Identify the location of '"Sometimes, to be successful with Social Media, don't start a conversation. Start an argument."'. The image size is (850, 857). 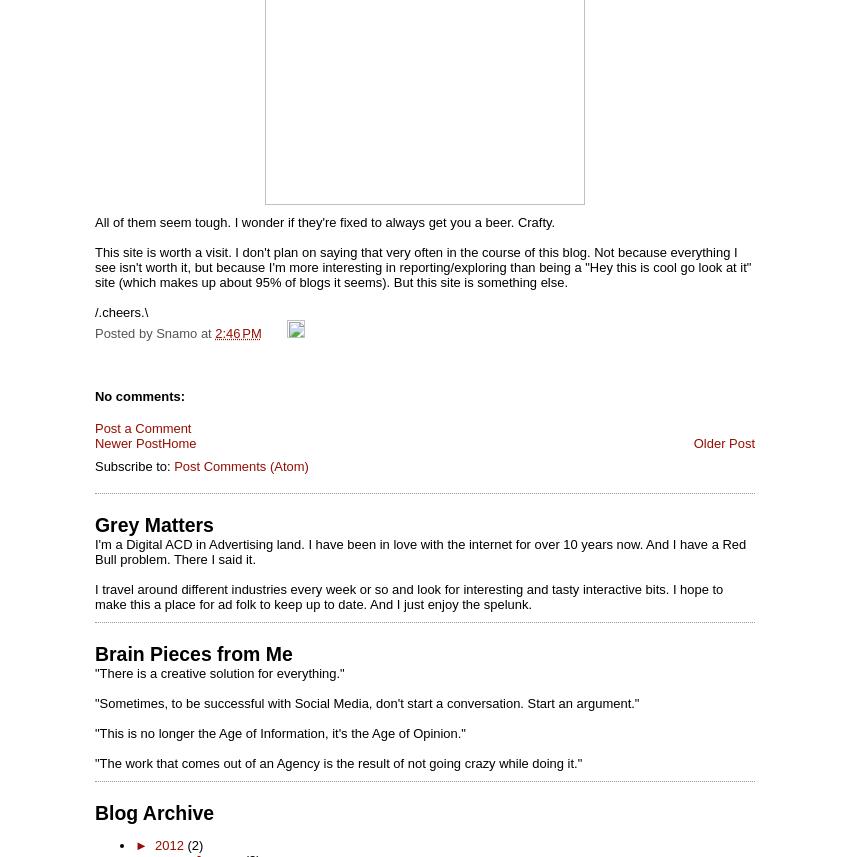
(366, 703).